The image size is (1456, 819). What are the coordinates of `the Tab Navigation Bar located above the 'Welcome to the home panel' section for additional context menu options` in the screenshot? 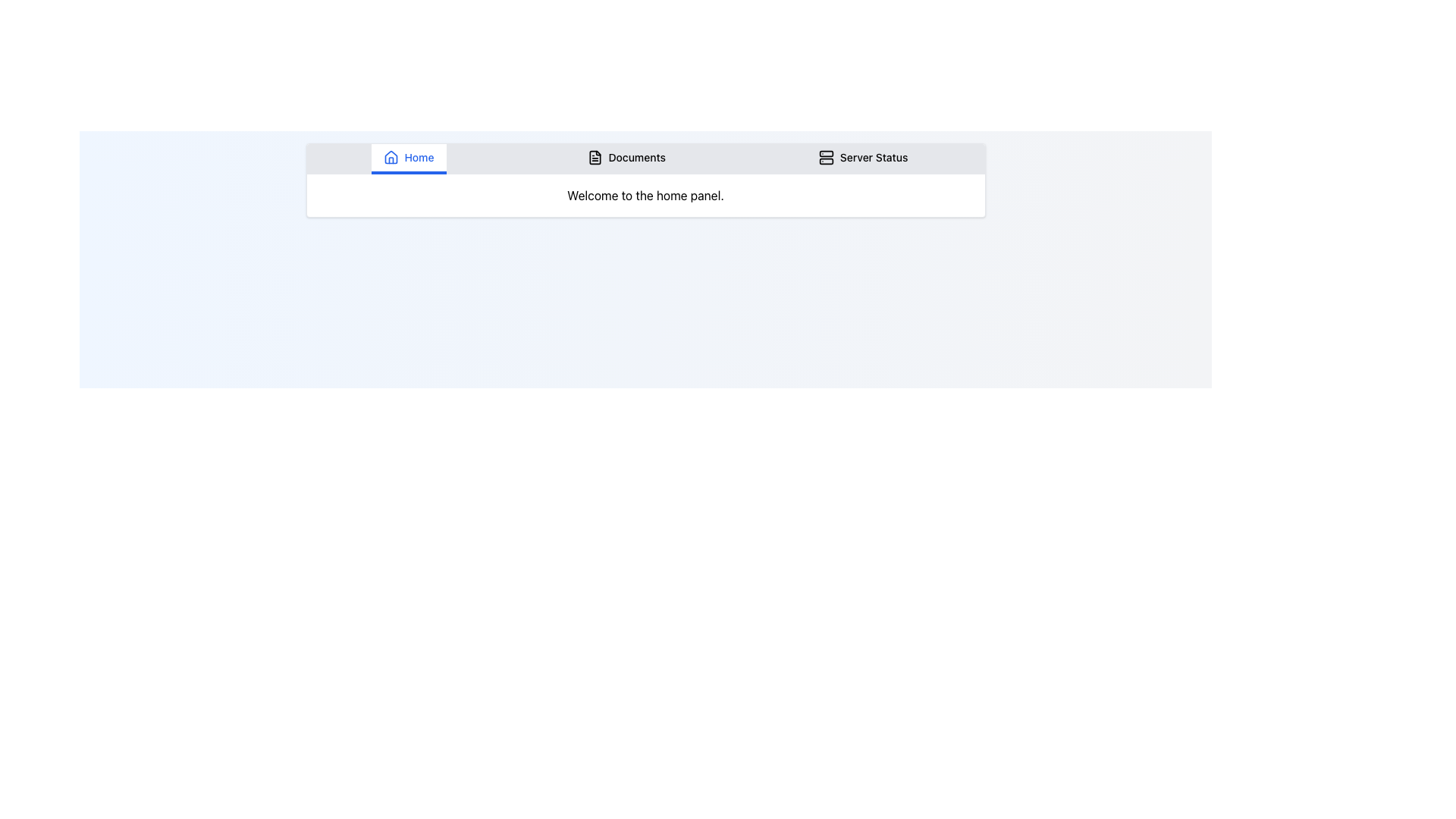 It's located at (645, 158).